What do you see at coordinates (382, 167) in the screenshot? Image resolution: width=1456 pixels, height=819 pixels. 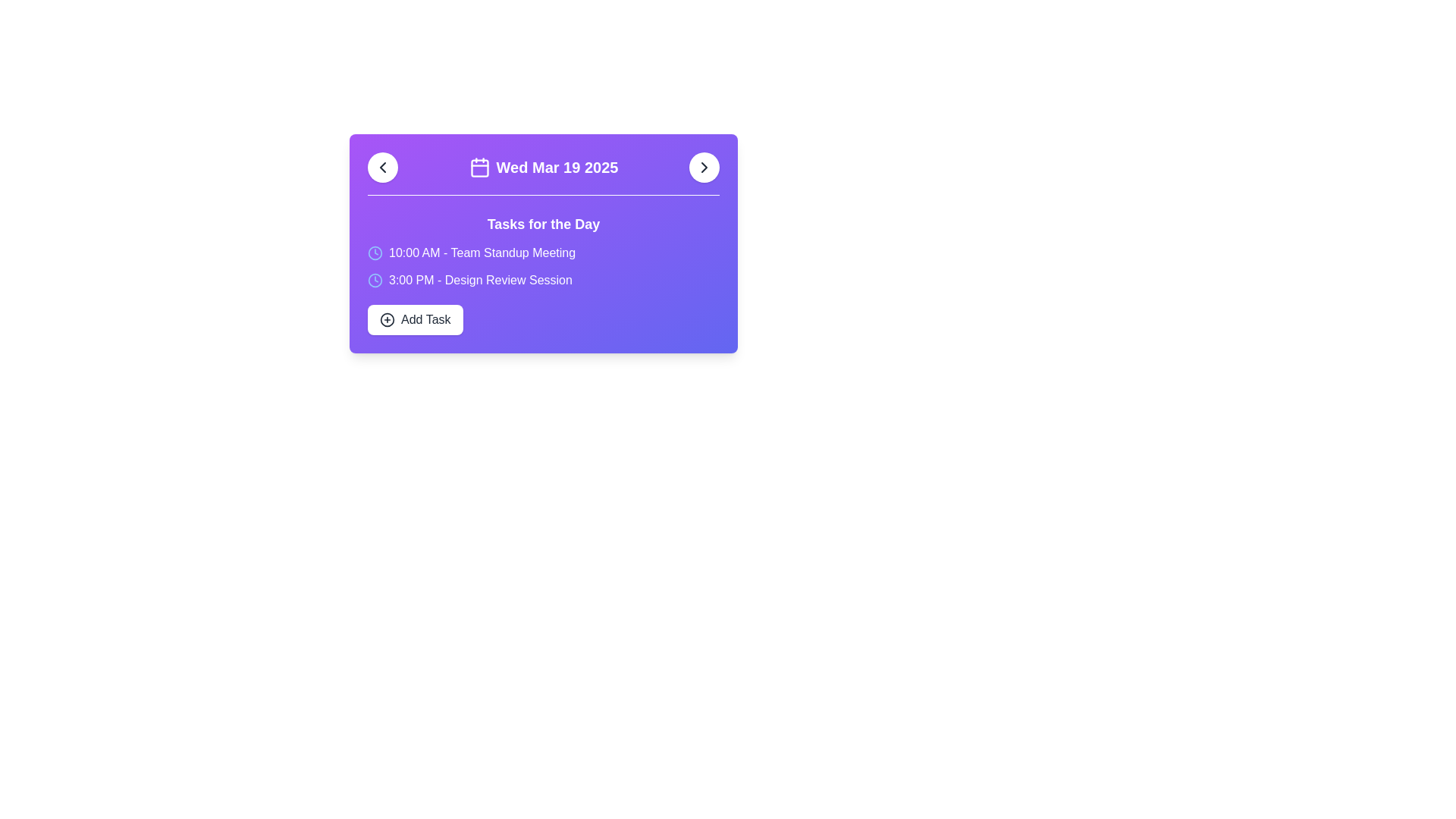 I see `the navigational Icon Button located in the top-left corner of the card interface` at bounding box center [382, 167].